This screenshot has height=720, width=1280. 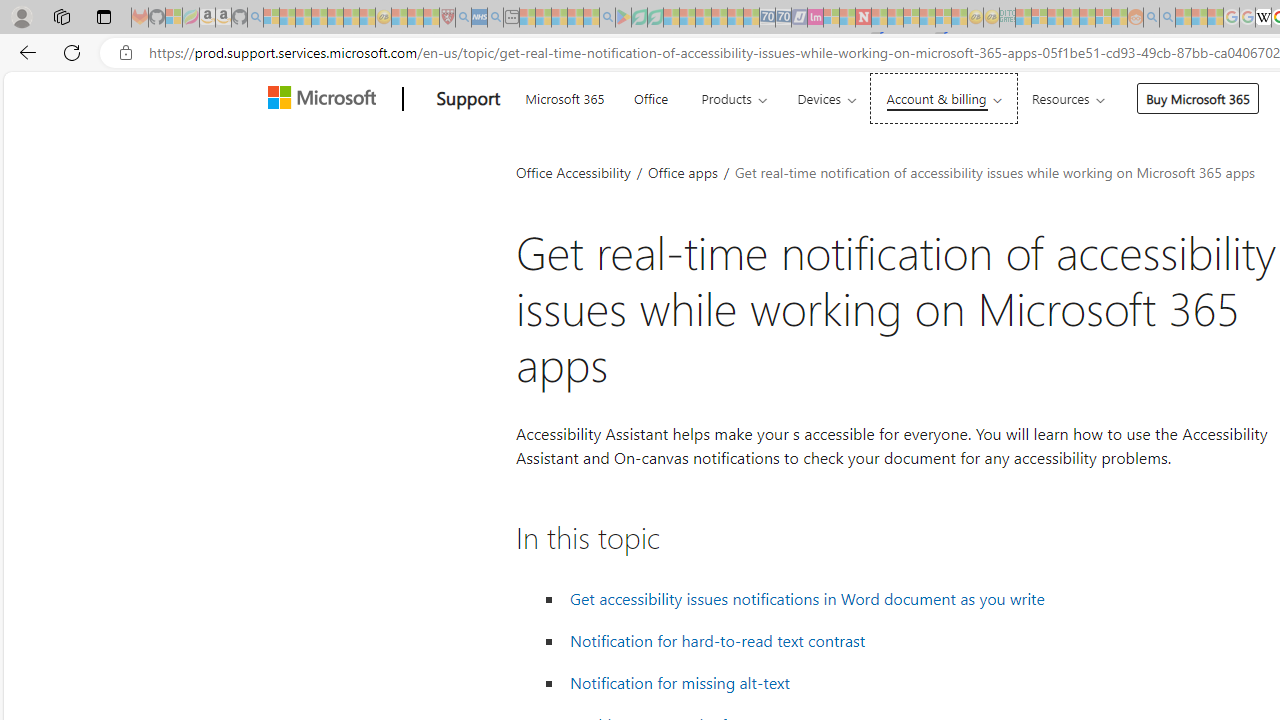 What do you see at coordinates (574, 17) in the screenshot?
I see `'Pets - MSN - Sleeping'` at bounding box center [574, 17].